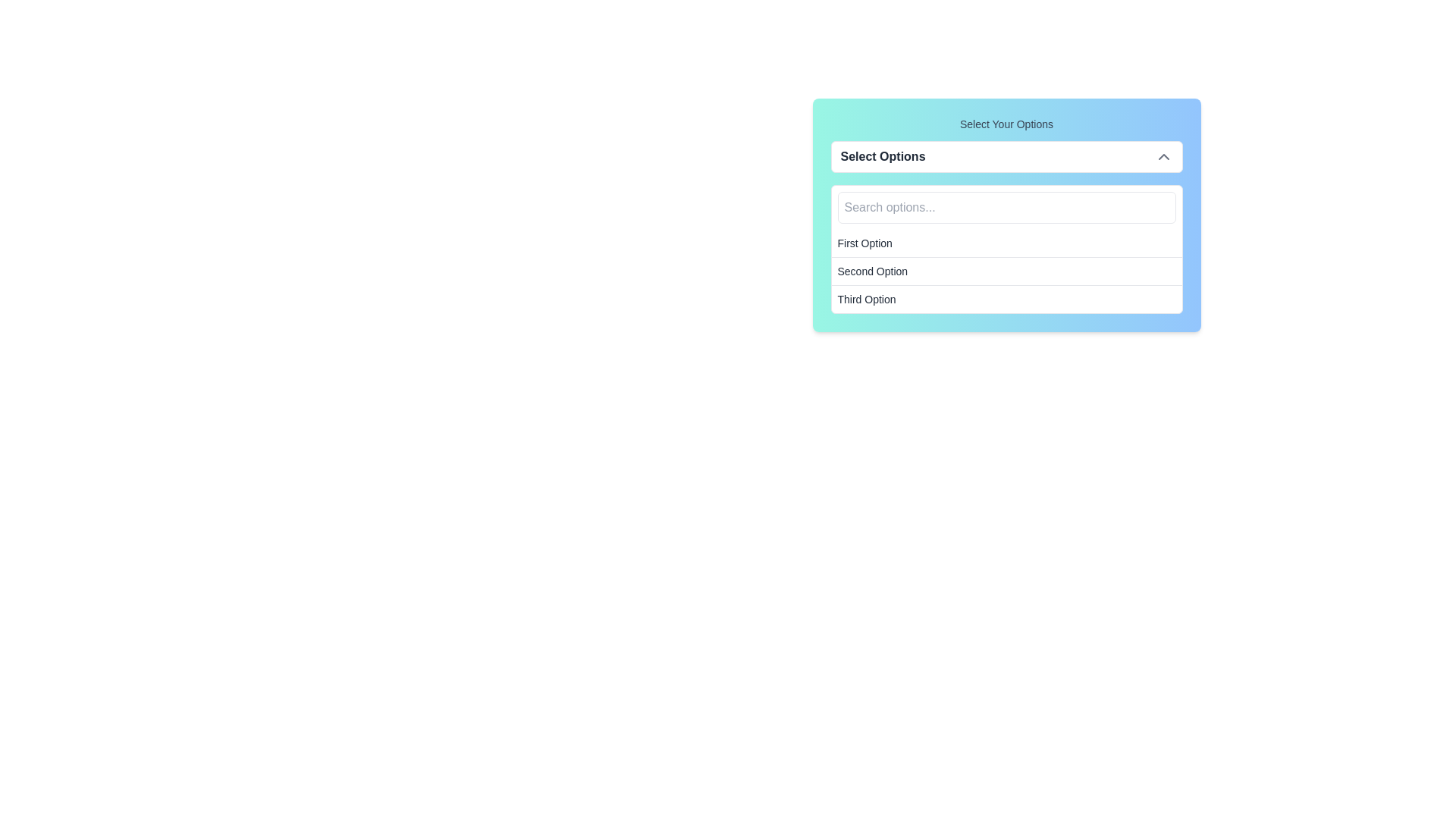  I want to click on text label representing the first option in the dropdown menu, which is located just below the search input field, so click(864, 242).